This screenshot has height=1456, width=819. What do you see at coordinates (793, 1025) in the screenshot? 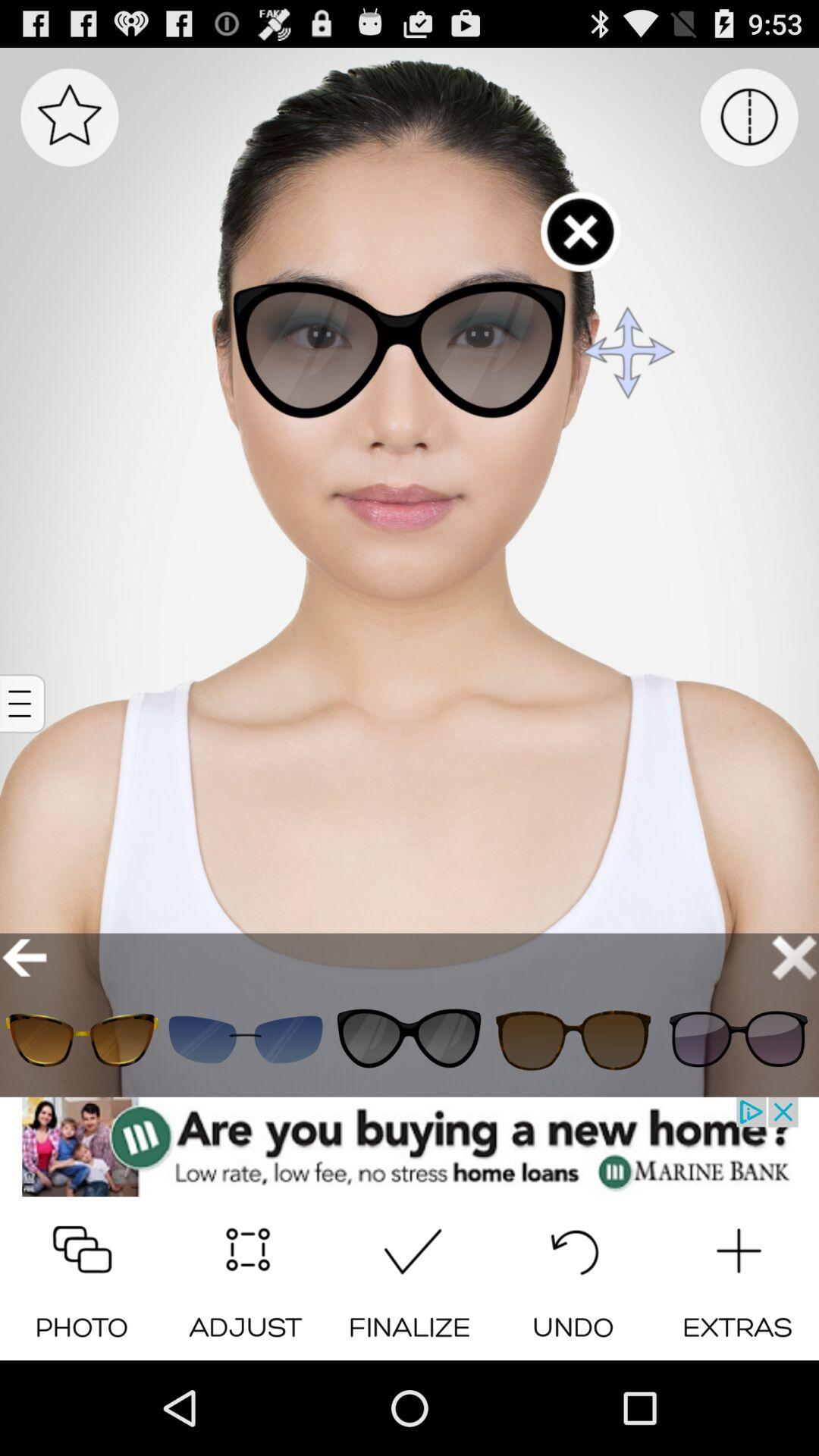
I see `the close icon` at bounding box center [793, 1025].